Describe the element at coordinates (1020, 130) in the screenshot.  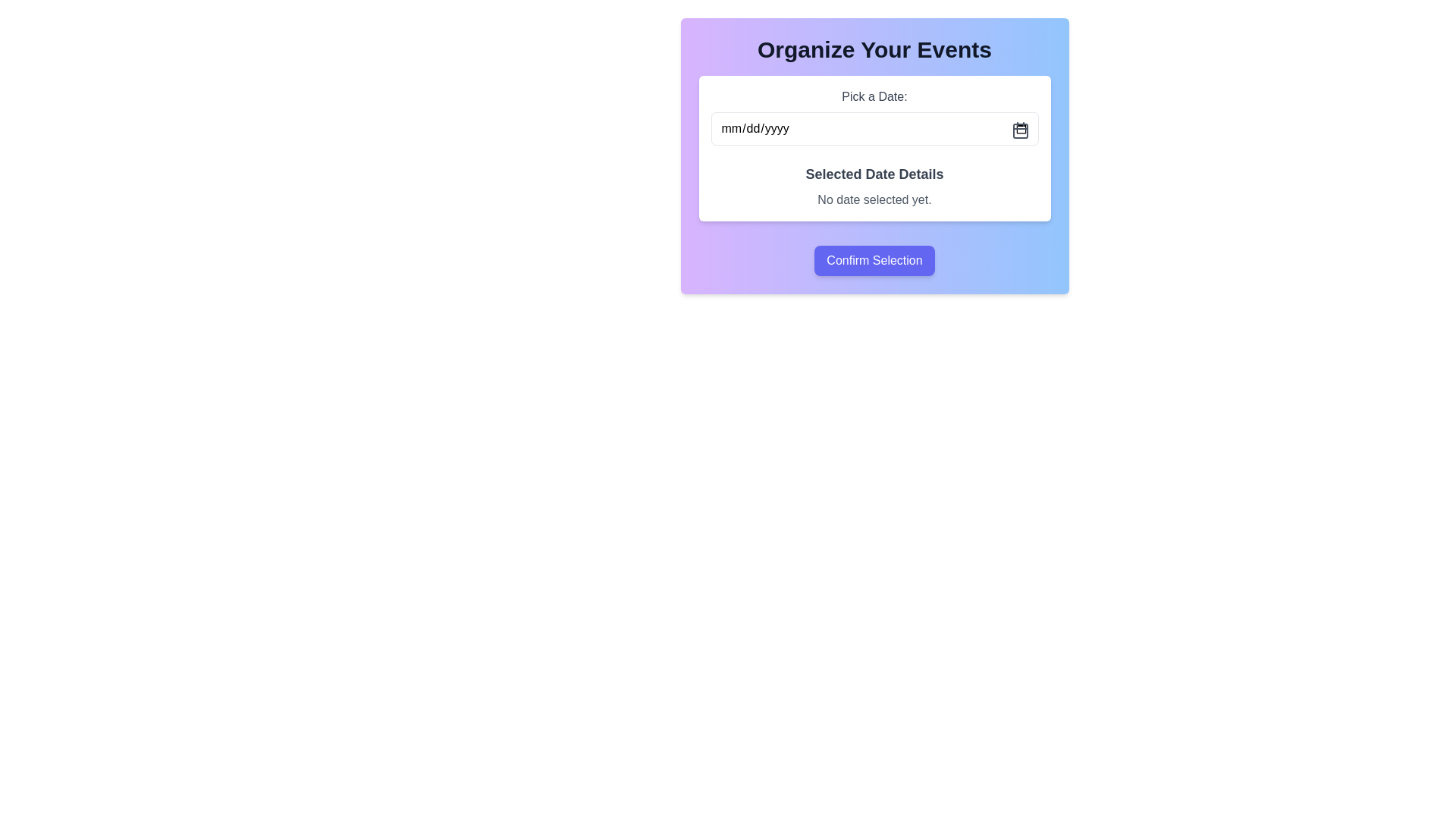
I see `the calendar icon located in the top-right corner of the date input field` at that location.